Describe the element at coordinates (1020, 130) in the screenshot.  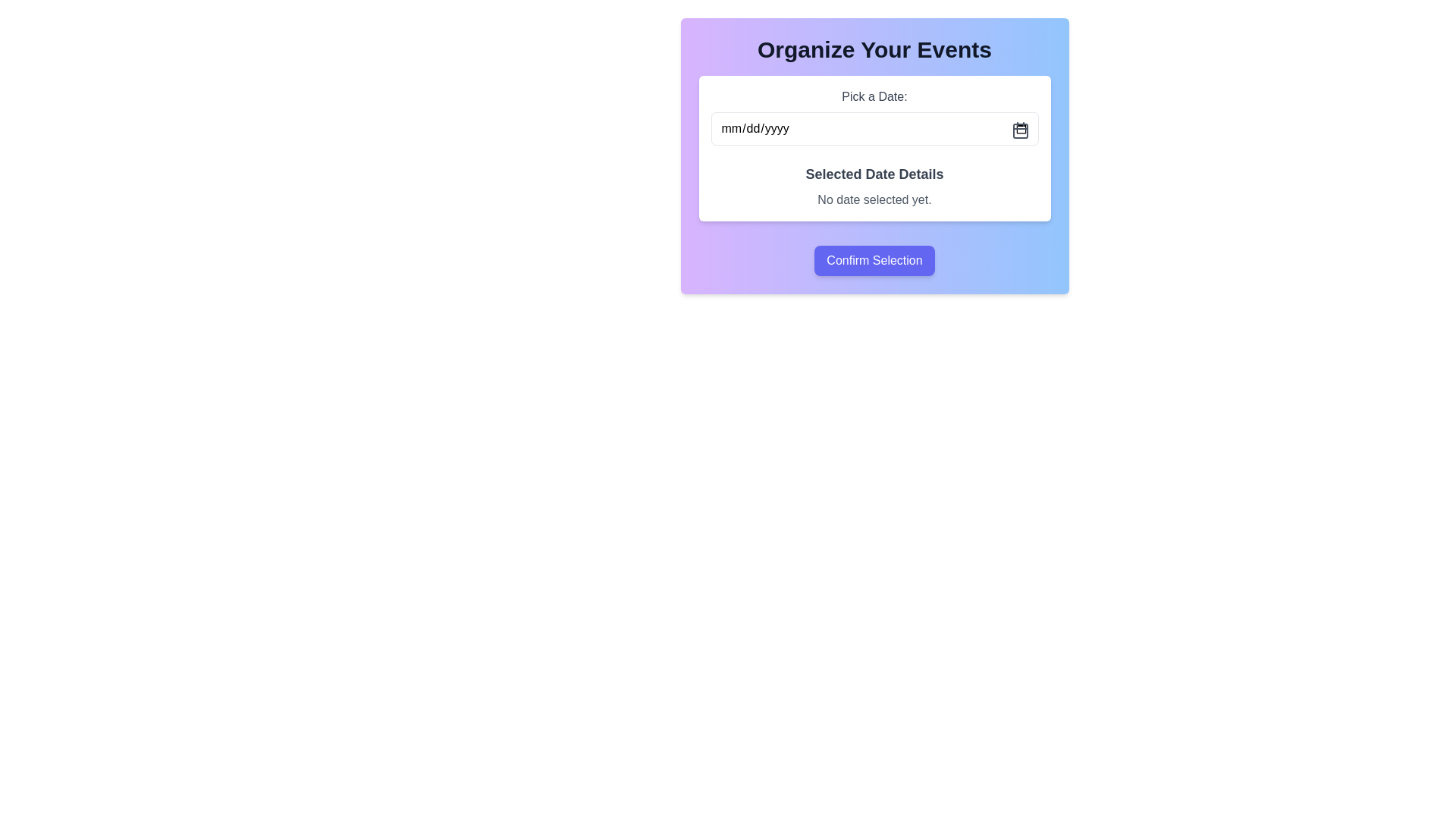
I see `the calendar icon located in the top-right corner of the date input field` at that location.